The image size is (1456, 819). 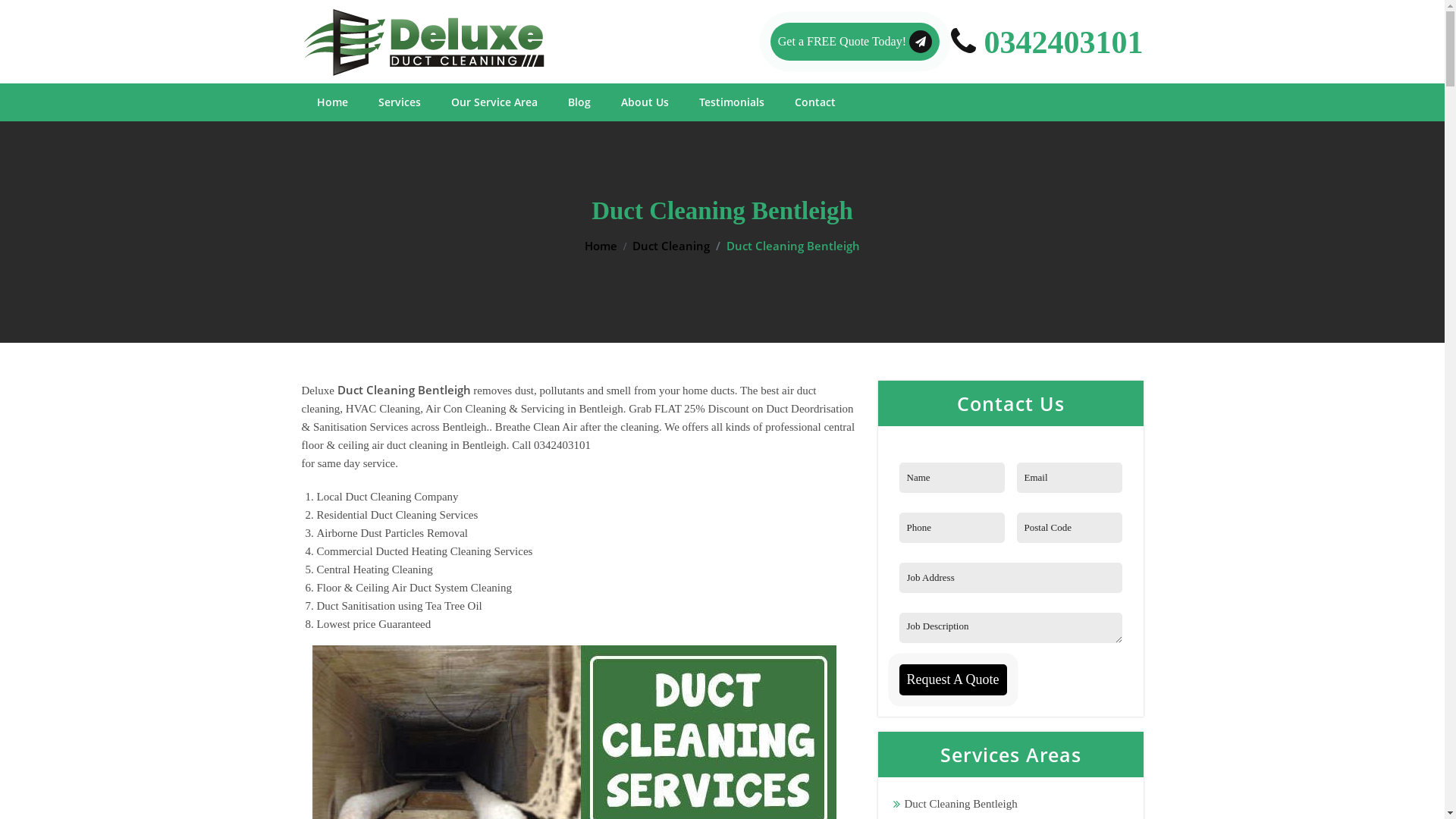 I want to click on 'Get a FREE Quote Today!', so click(x=855, y=40).